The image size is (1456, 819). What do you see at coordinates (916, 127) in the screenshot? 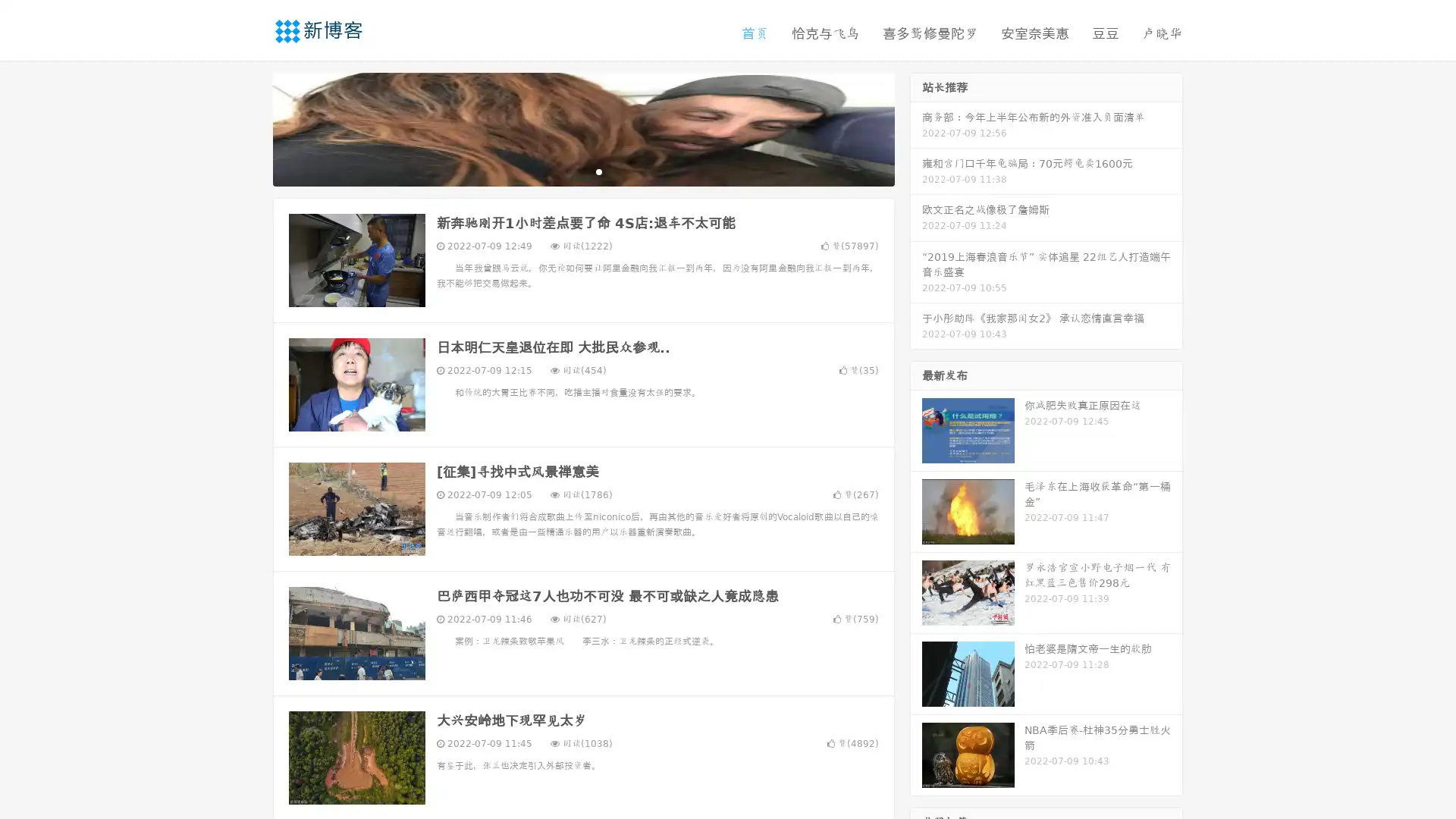
I see `Next slide` at bounding box center [916, 127].